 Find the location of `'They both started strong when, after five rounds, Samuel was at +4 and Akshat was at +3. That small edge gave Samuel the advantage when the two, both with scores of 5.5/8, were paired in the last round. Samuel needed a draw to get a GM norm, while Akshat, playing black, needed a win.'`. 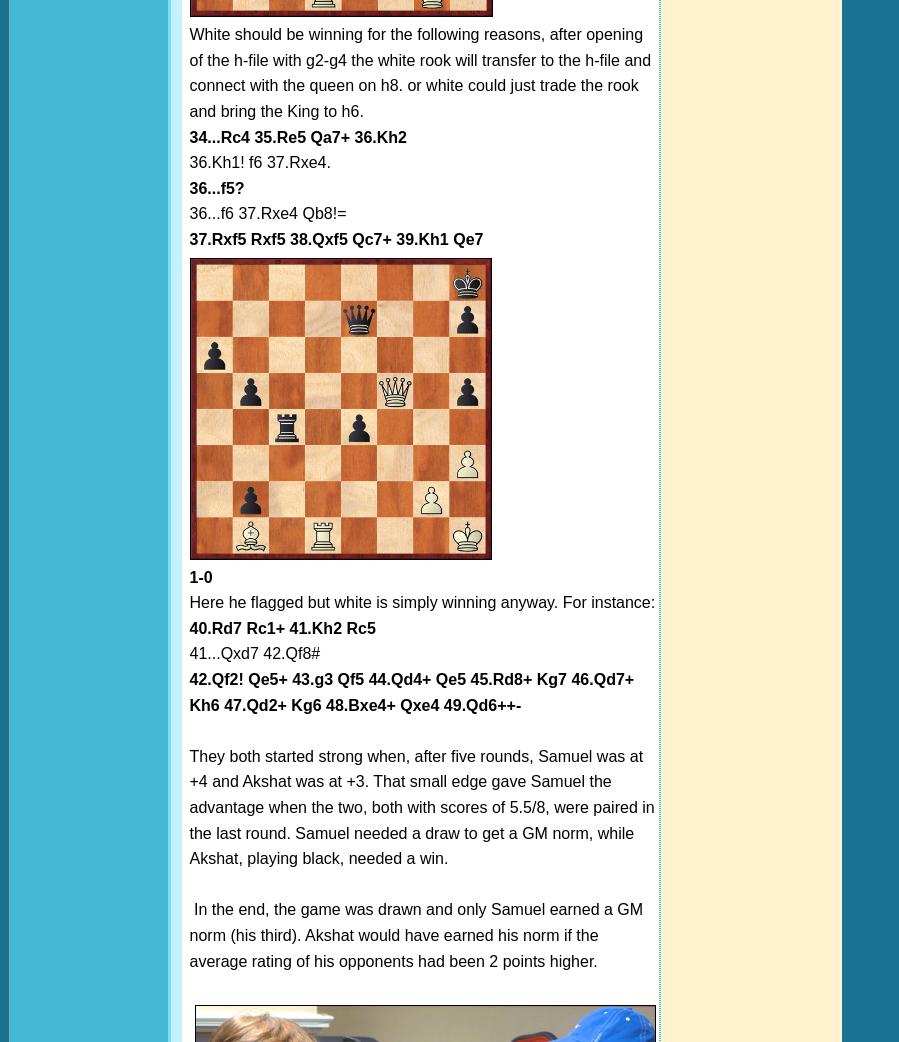

'They both started strong when, after five rounds, Samuel was at +4 and Akshat was at +3. That small edge gave Samuel the advantage when the two, both with scores of 5.5/8, were paired in the last round. Samuel needed a draw to get a GM norm, while Akshat, playing black, needed a win.' is located at coordinates (420, 807).